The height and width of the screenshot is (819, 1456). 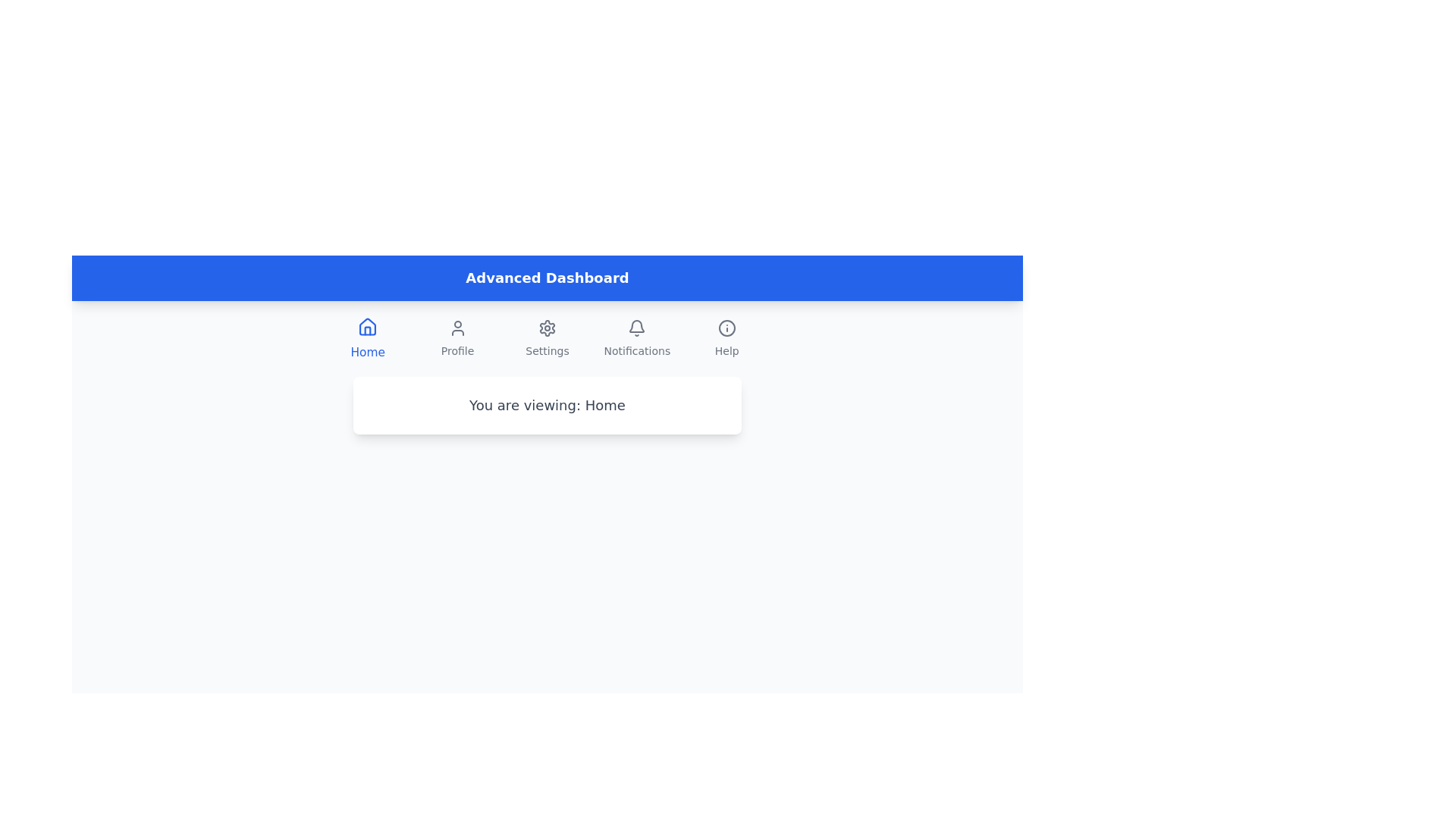 I want to click on the notifications button, which is the fourth item in a five-column grid layout, so click(x=637, y=338).